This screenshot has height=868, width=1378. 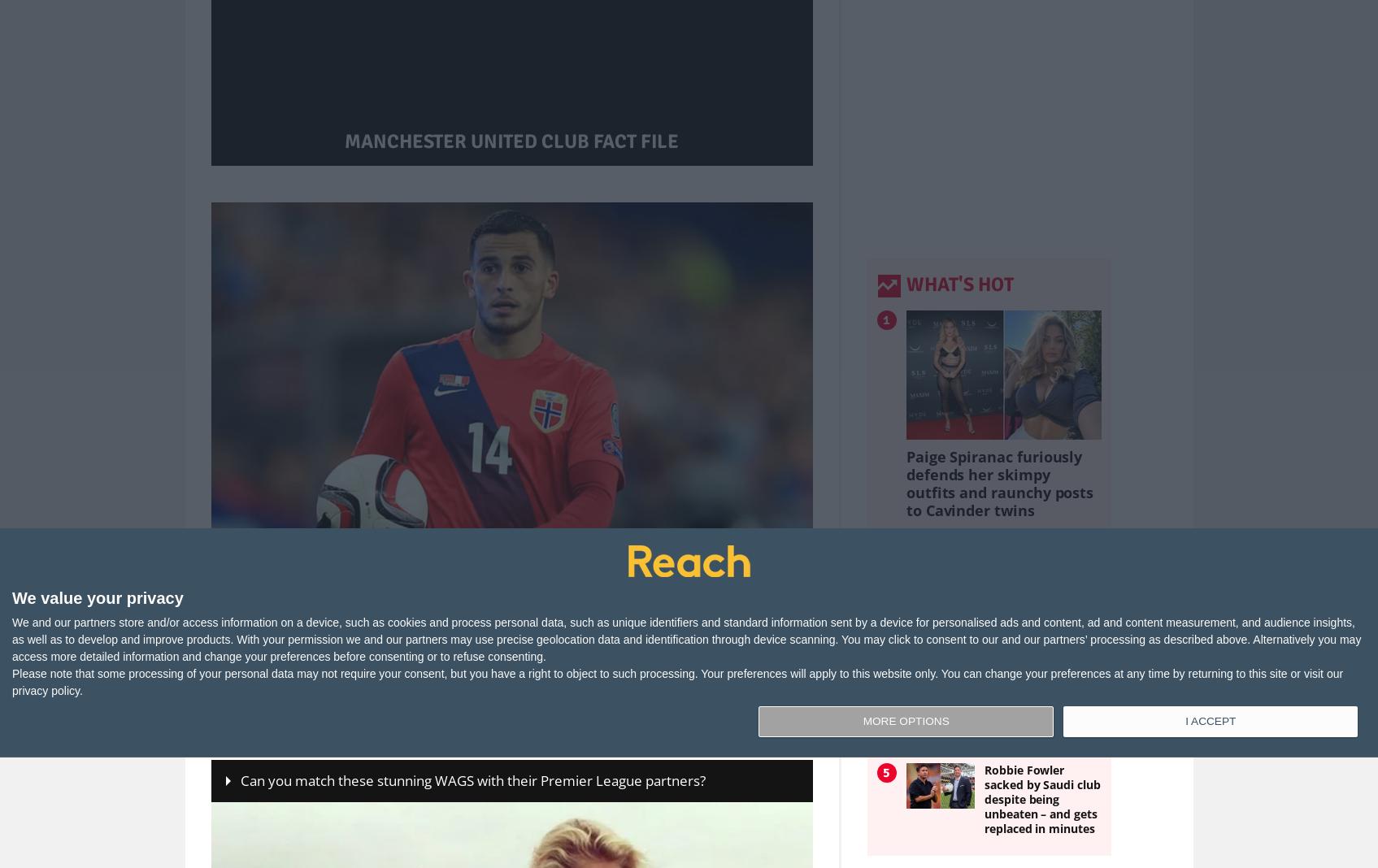 What do you see at coordinates (886, 622) in the screenshot?
I see `'3'` at bounding box center [886, 622].